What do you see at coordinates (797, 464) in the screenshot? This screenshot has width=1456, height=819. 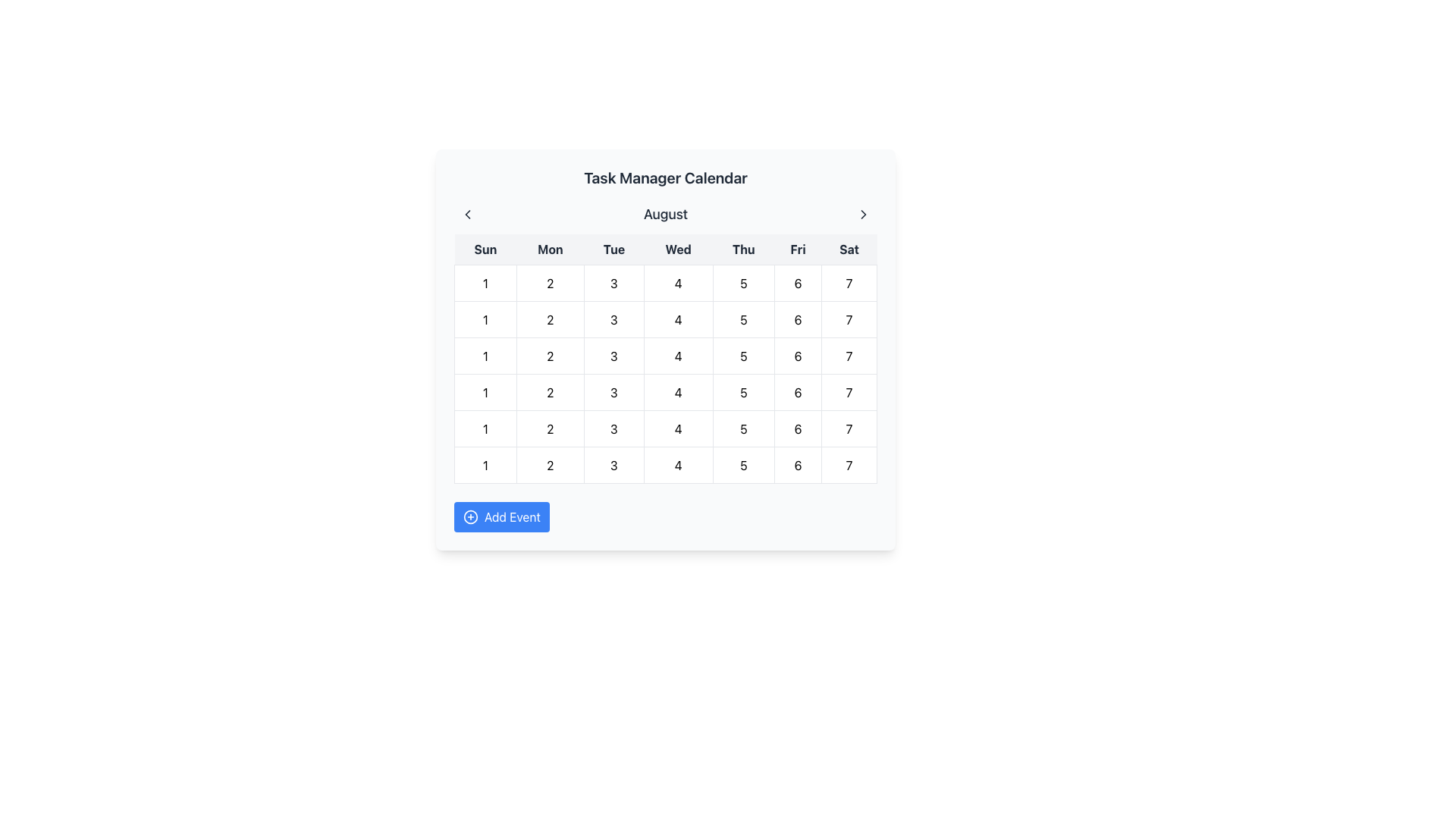 I see `the date indicator text located in the fifth row and sixth column of the calendar layout to access surrounding elements` at bounding box center [797, 464].